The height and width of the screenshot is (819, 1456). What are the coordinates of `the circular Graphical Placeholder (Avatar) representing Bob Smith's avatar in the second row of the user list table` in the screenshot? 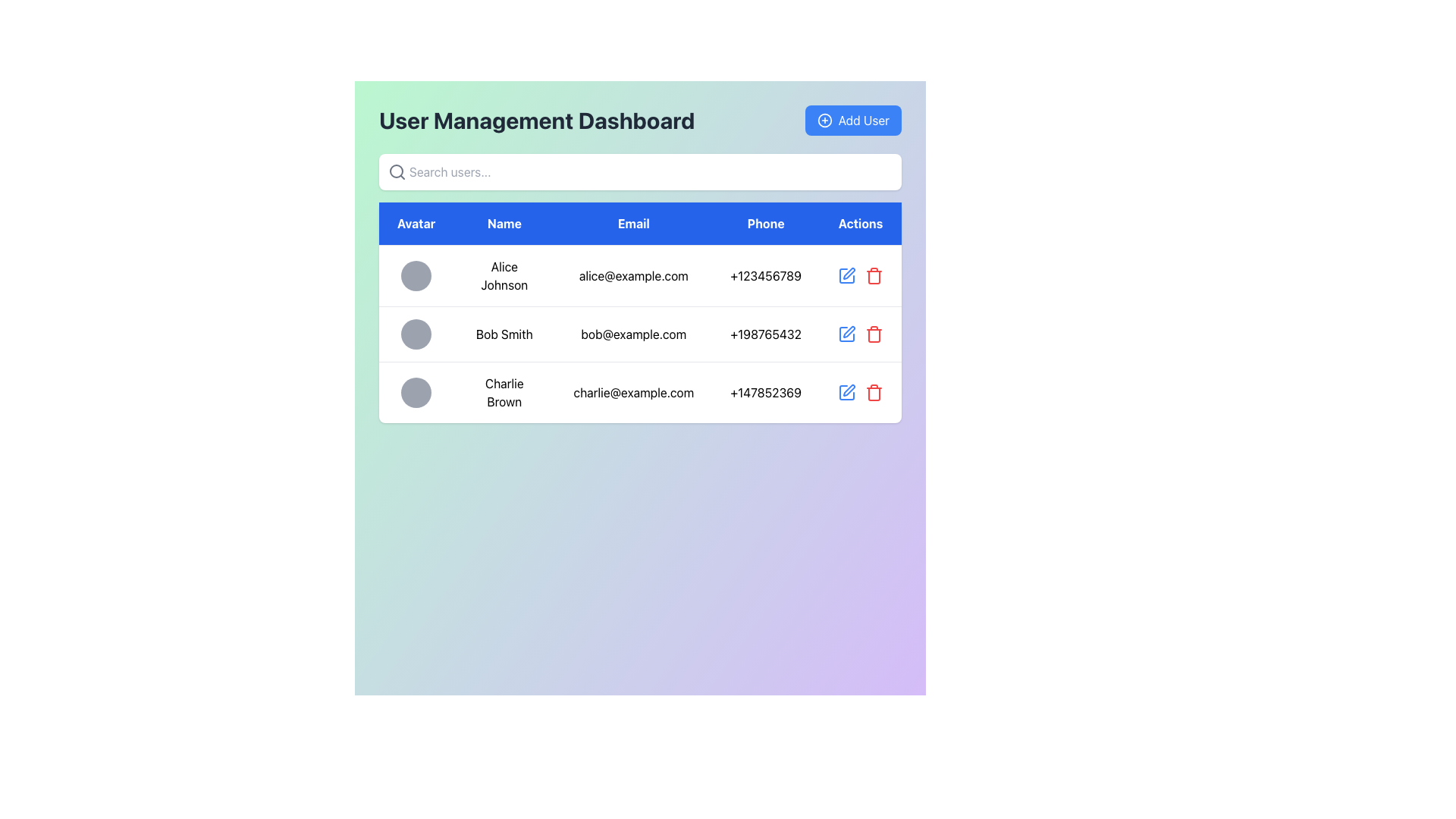 It's located at (416, 333).